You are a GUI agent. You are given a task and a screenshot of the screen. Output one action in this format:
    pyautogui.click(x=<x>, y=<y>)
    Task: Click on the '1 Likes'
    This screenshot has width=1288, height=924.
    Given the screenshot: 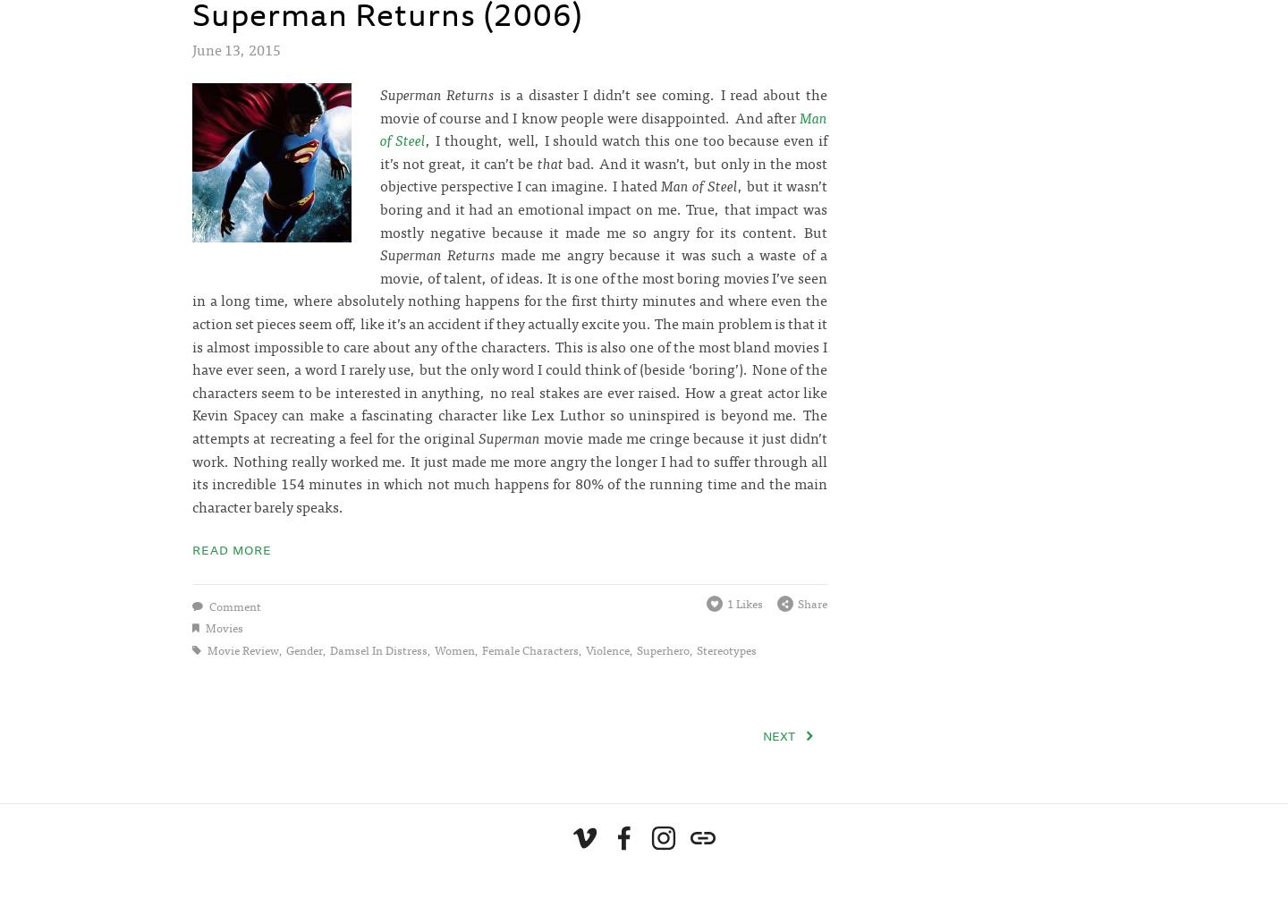 What is the action you would take?
    pyautogui.click(x=745, y=601)
    